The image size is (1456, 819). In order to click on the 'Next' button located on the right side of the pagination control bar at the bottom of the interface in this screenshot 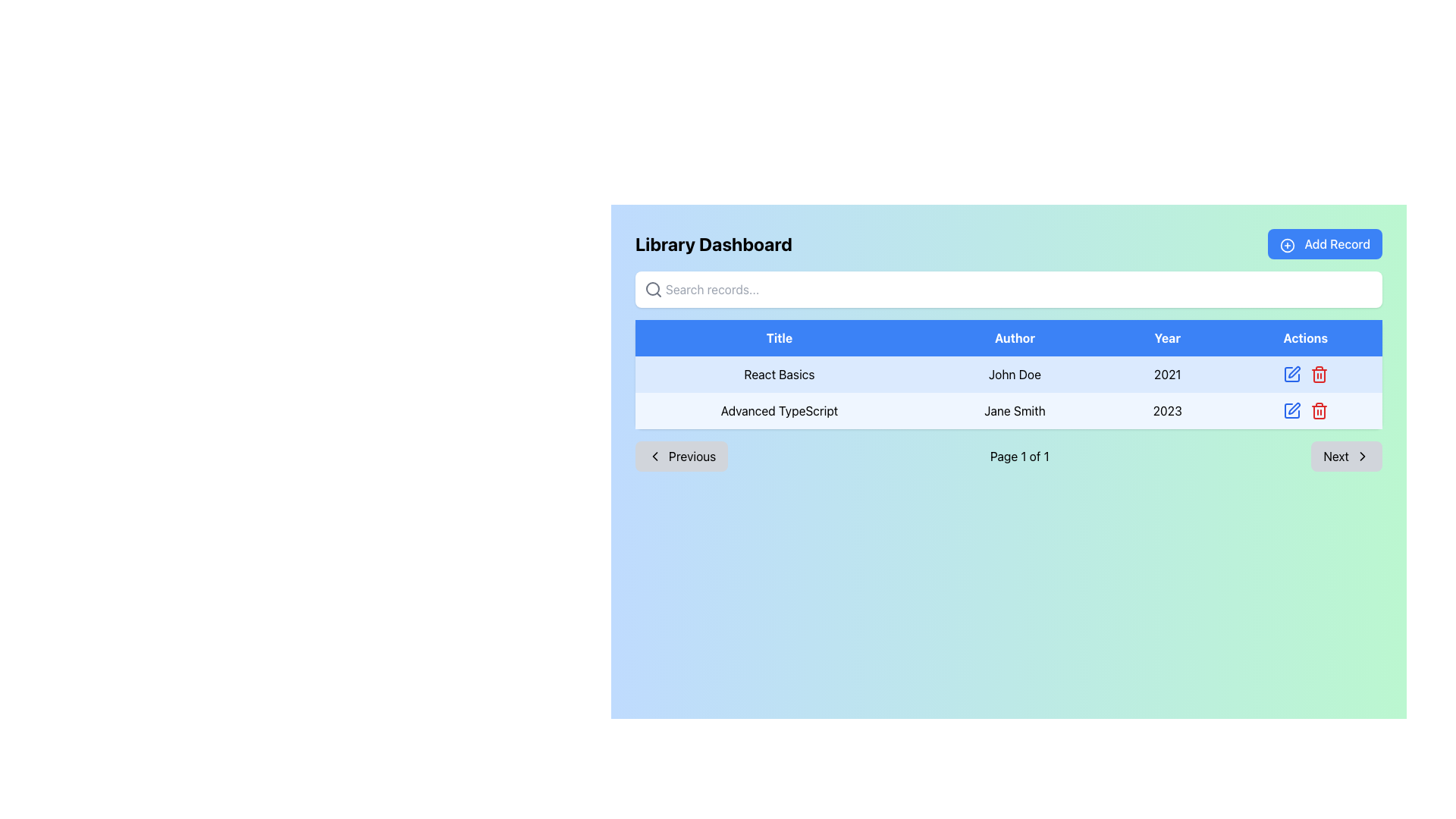, I will do `click(1347, 455)`.